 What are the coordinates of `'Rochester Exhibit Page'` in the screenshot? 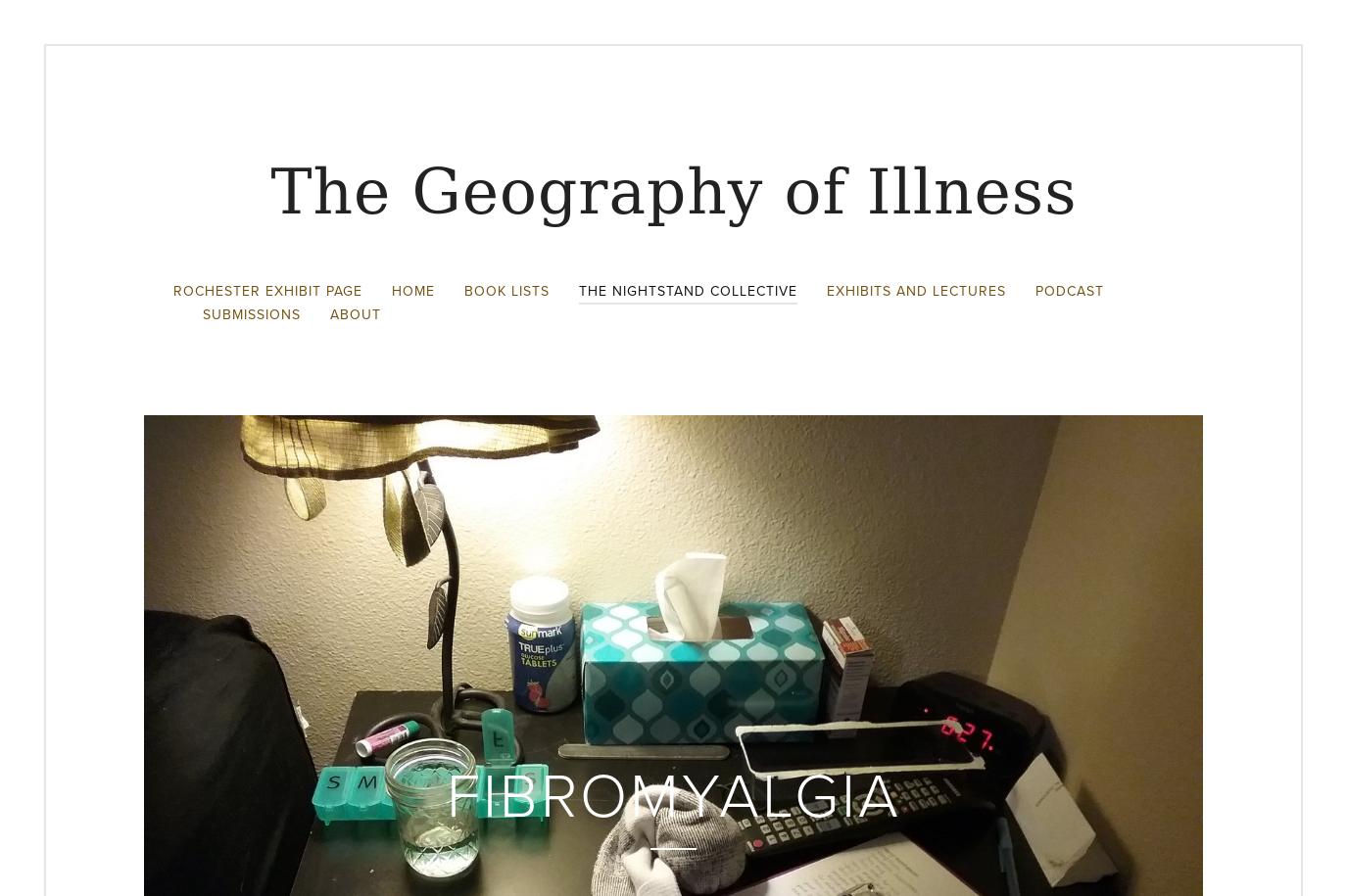 It's located at (267, 289).